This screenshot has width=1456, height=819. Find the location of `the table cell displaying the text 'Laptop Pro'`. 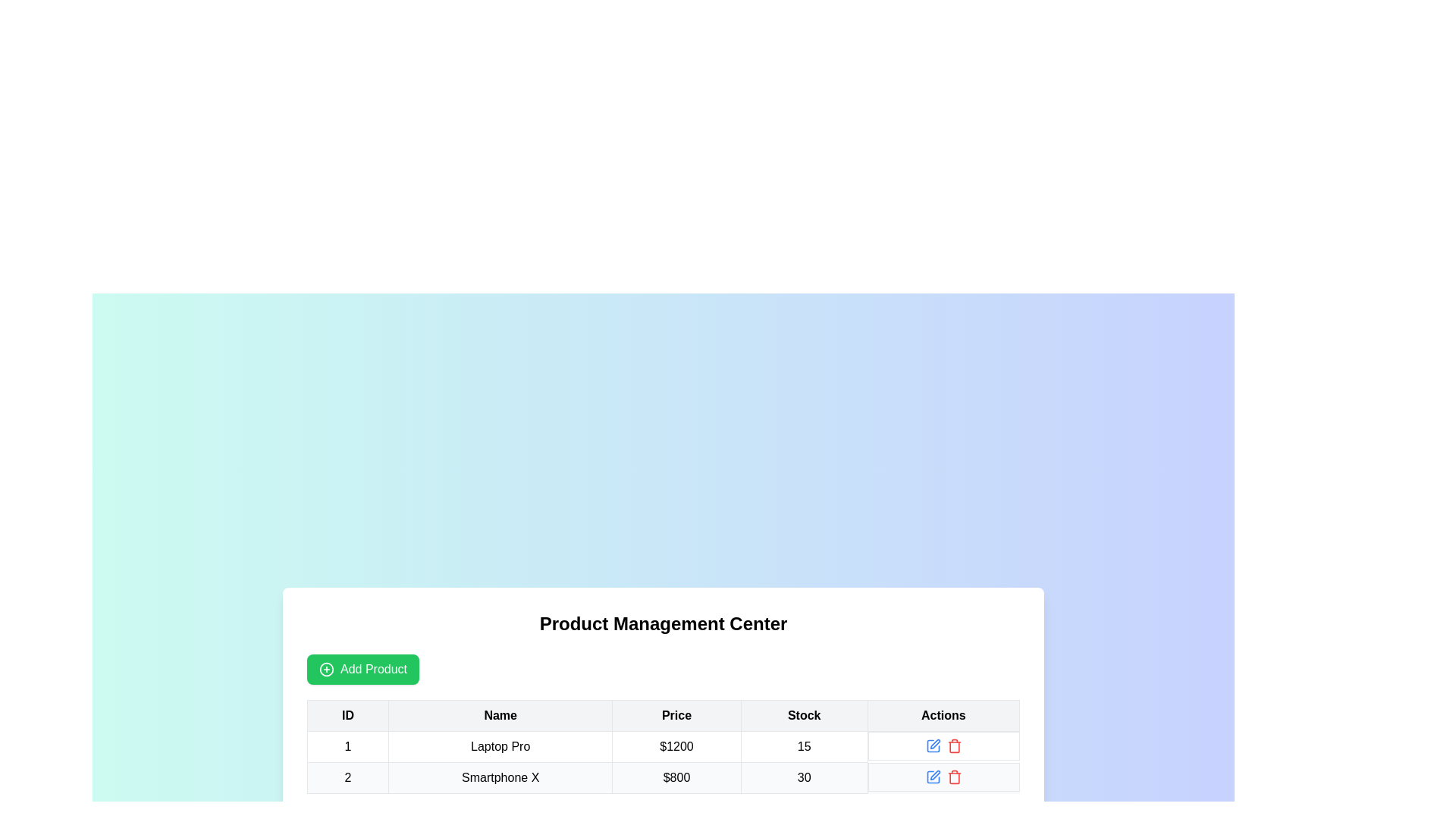

the table cell displaying the text 'Laptop Pro' is located at coordinates (500, 745).